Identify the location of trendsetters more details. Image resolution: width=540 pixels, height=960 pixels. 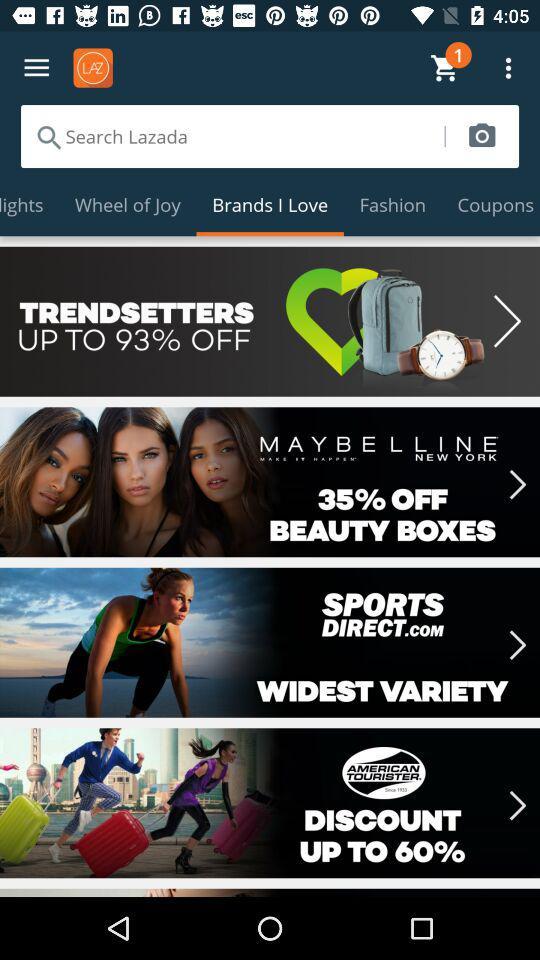
(270, 321).